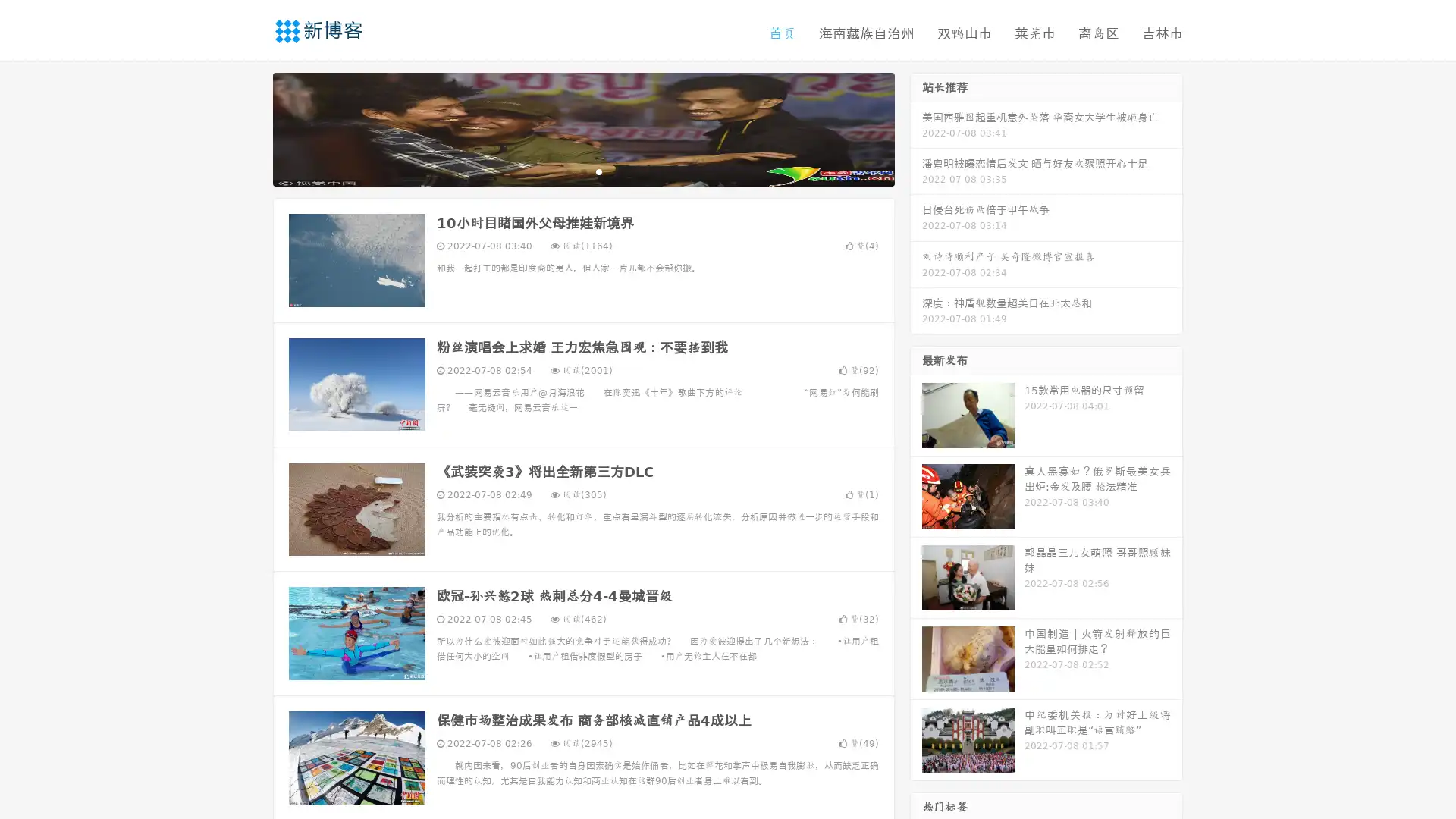 The width and height of the screenshot is (1456, 819). What do you see at coordinates (598, 171) in the screenshot?
I see `Go to slide 3` at bounding box center [598, 171].